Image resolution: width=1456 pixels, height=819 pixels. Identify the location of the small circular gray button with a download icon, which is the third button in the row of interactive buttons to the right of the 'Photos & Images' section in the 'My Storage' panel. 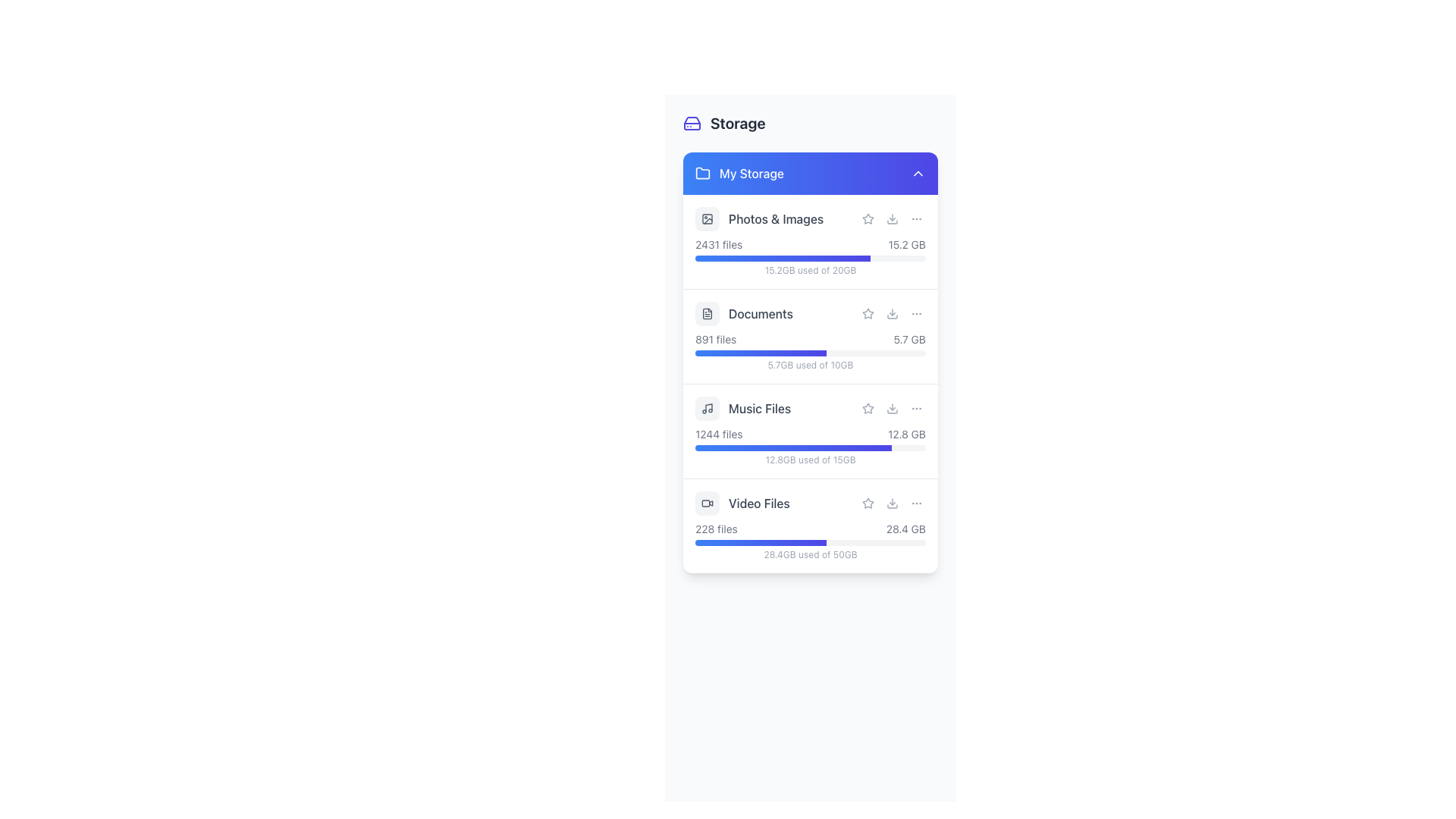
(892, 219).